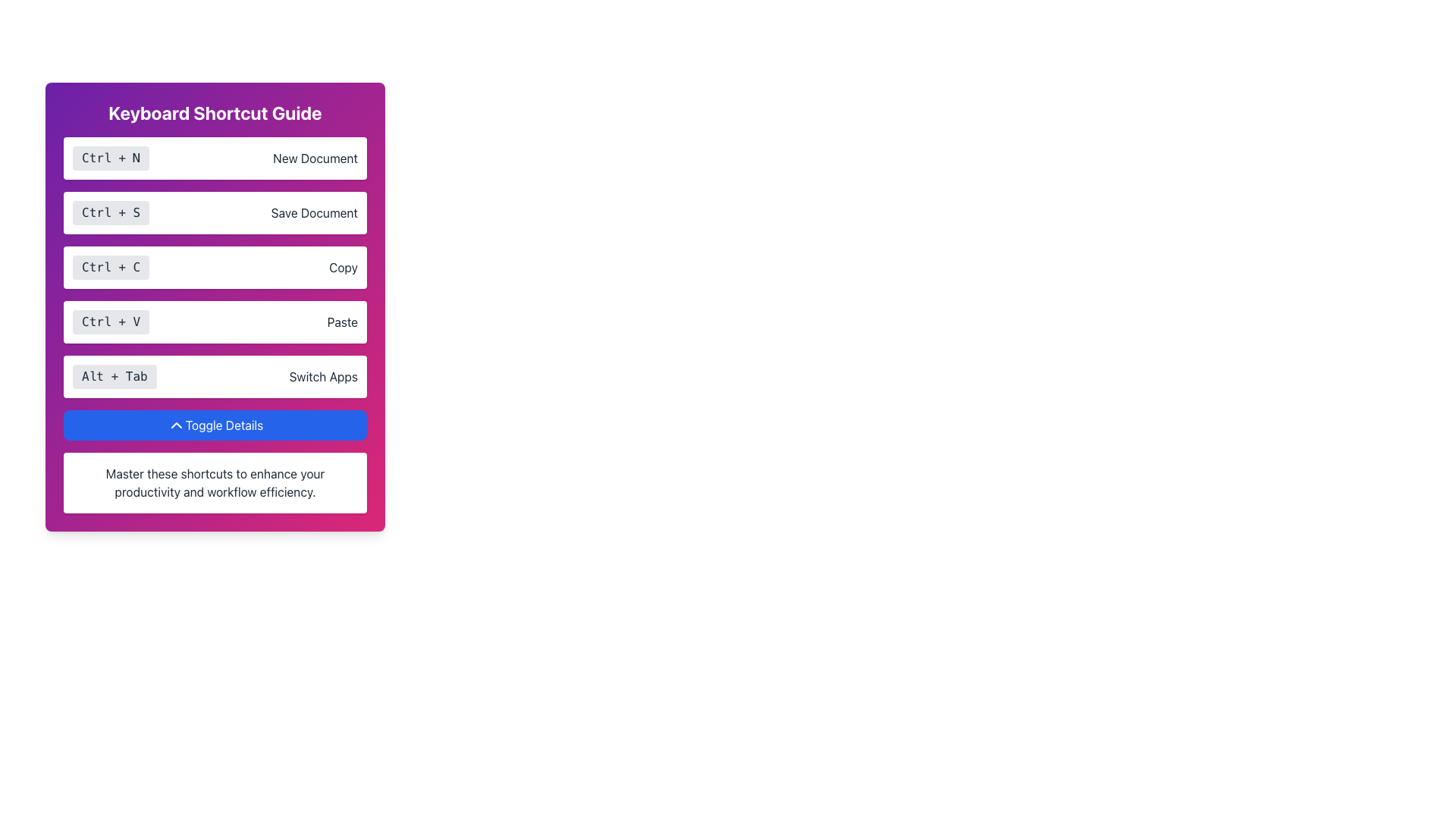 The height and width of the screenshot is (819, 1456). What do you see at coordinates (313, 213) in the screenshot?
I see `the text label indicating the 'Ctrl + S' keyboard shortcut, which describes the action to save the document` at bounding box center [313, 213].